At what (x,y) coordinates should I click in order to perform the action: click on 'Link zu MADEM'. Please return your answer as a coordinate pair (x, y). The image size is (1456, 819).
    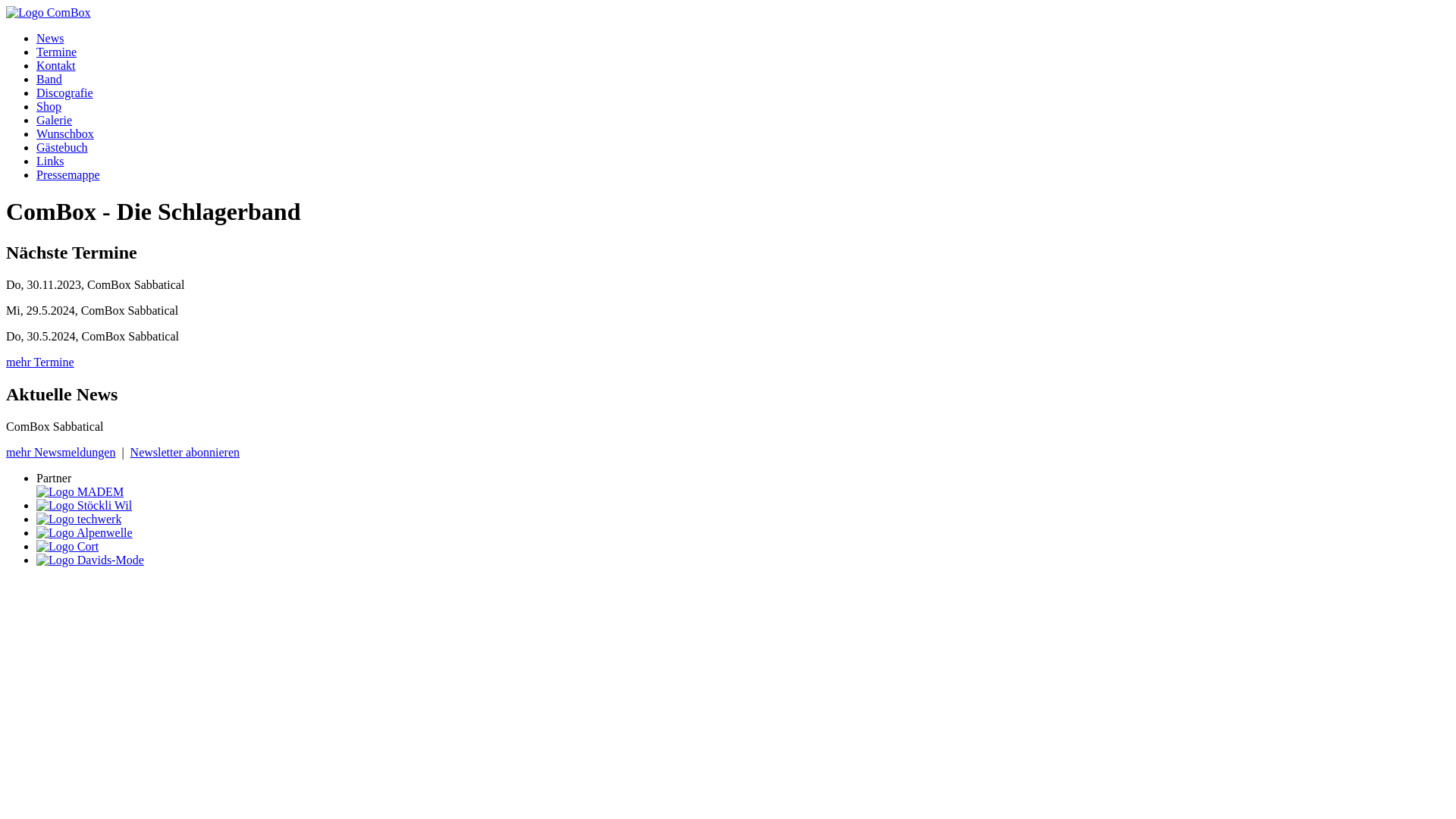
    Looking at the image, I should click on (79, 491).